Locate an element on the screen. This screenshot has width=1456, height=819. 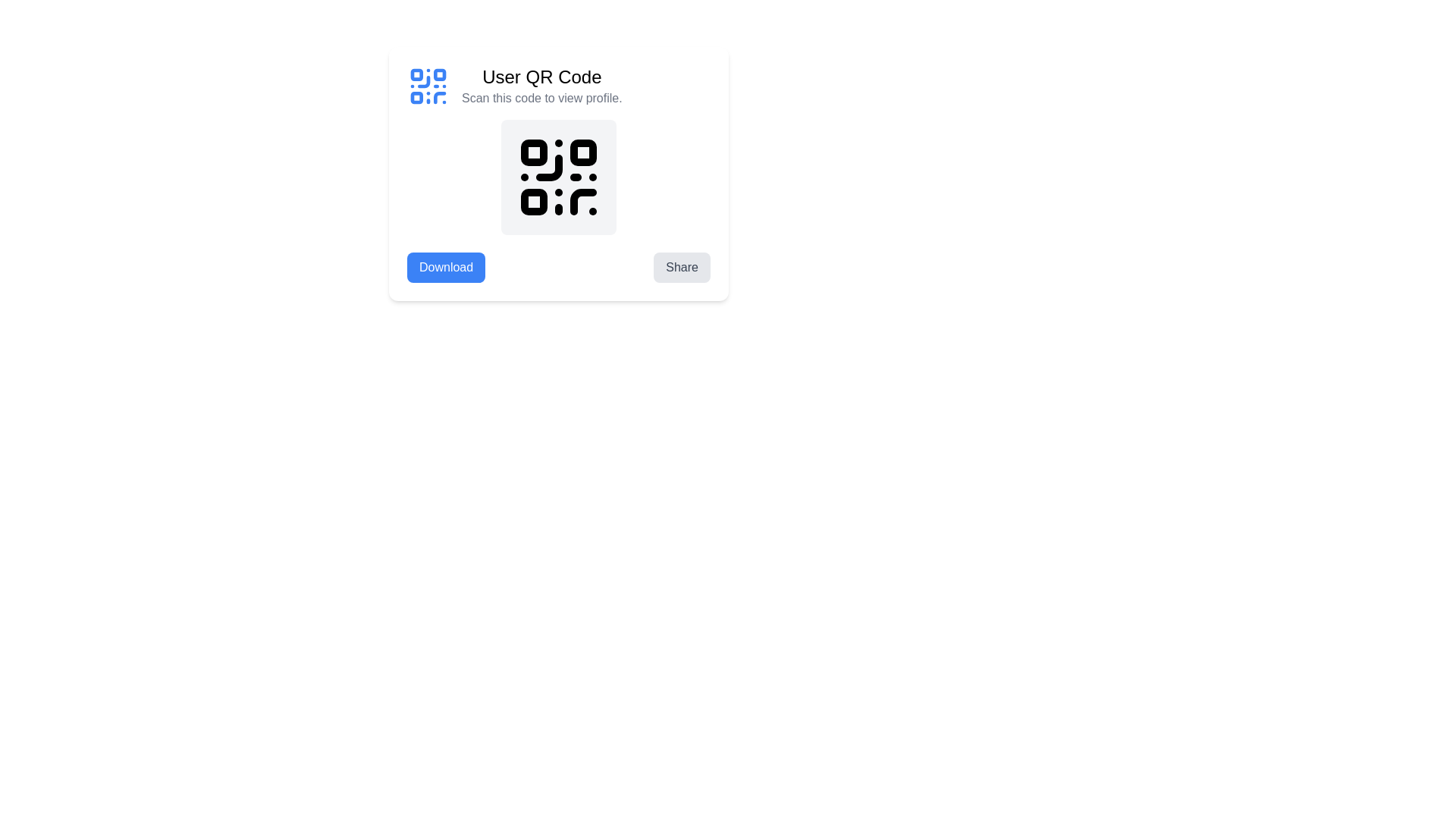
the curved segment of the QR code graphic located on the left side in the upper half, which is a thin black line on a white background is located at coordinates (548, 168).